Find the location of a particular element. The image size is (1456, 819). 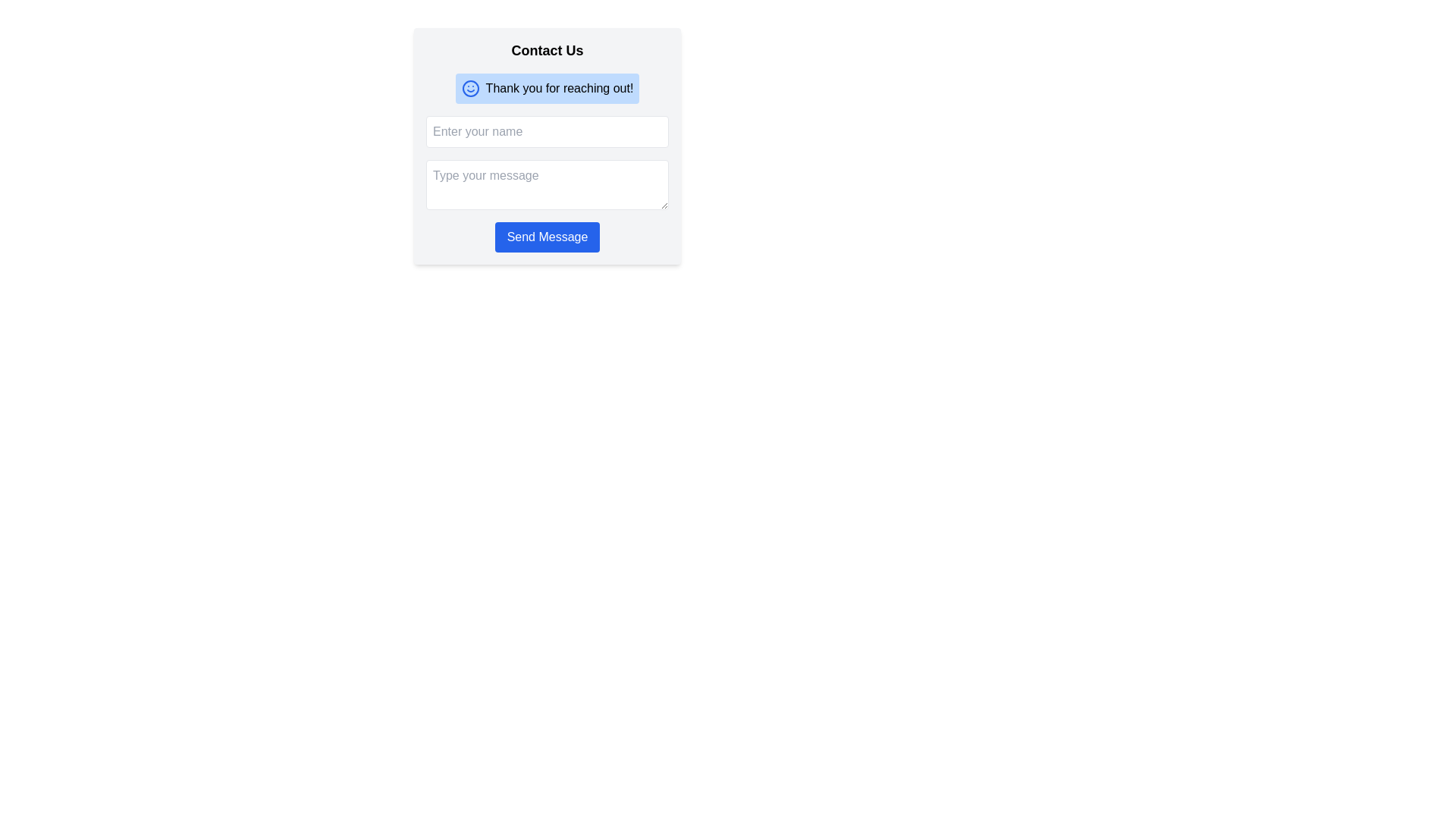

the blue circular graphic element located within the smiley face icon in the 'Thank you for reaching out!' notification at the top left of the form is located at coordinates (469, 88).